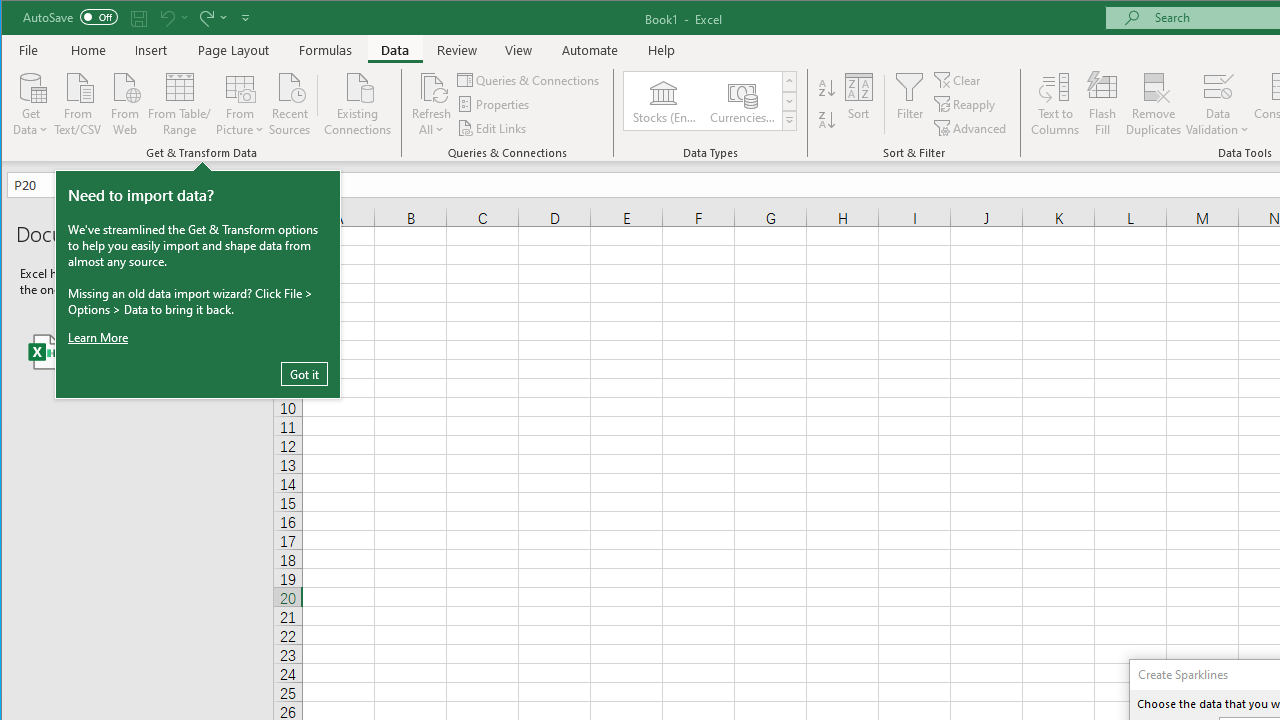 This screenshot has height=720, width=1280. Describe the element at coordinates (1216, 123) in the screenshot. I see `'More Options'` at that location.